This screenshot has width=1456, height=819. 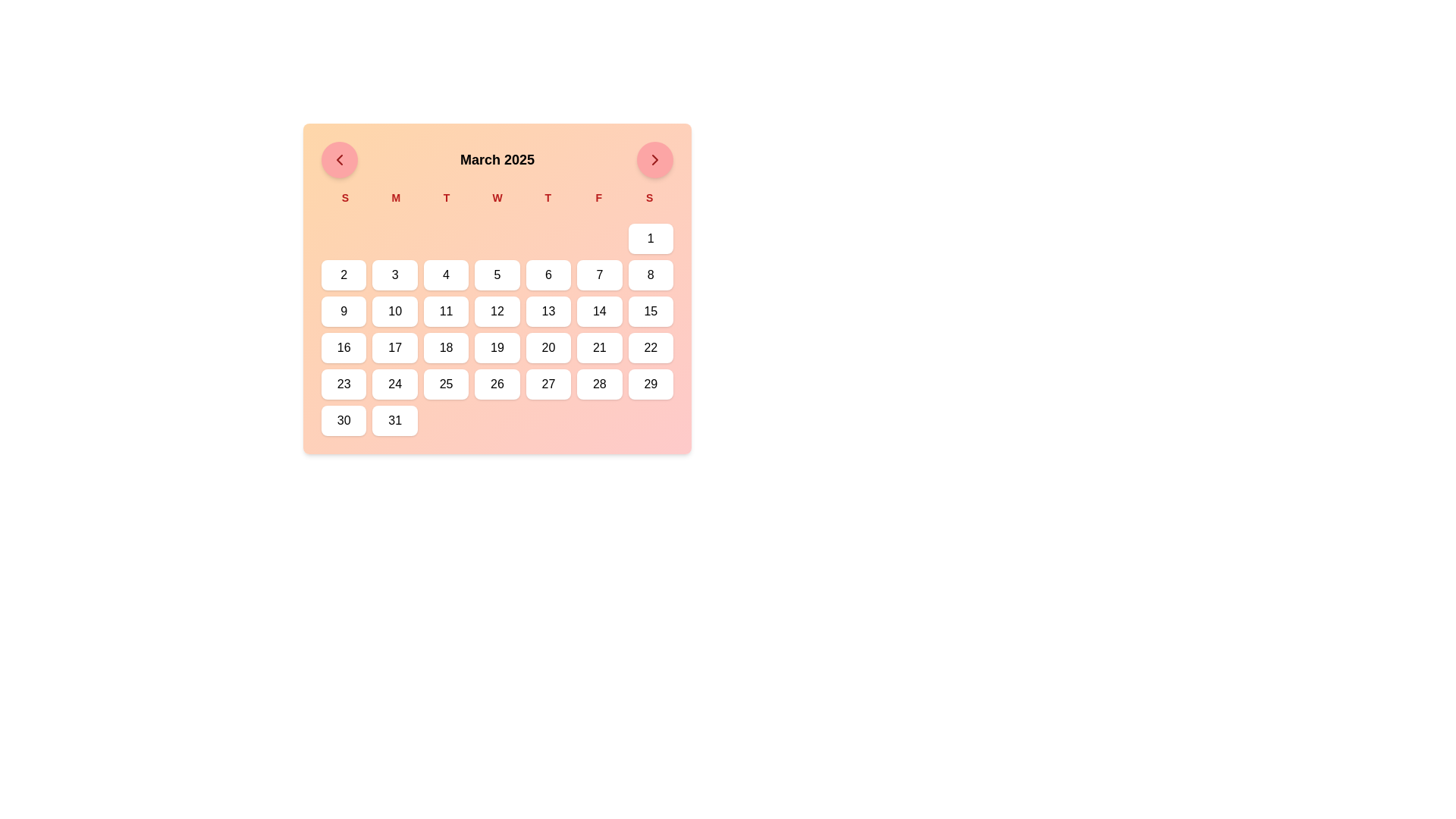 What do you see at coordinates (395, 275) in the screenshot?
I see `the white rectangular button with rounded corners containing the number '3' in bold black font` at bounding box center [395, 275].